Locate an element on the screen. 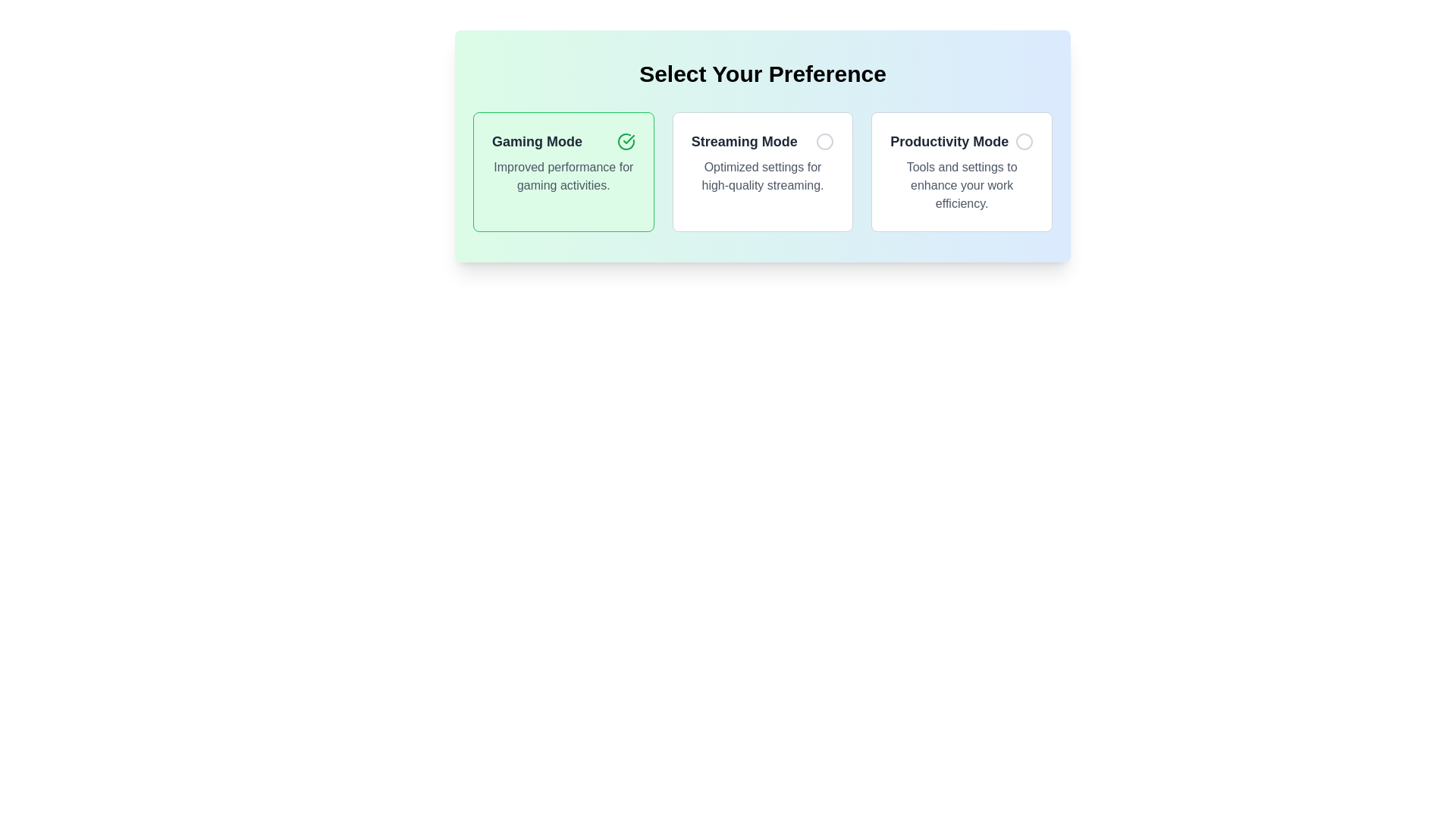  the non-filled circle icon associated with the 'Productivity Mode' label in the top item of the card under 'Select Your Preference' is located at coordinates (961, 141).